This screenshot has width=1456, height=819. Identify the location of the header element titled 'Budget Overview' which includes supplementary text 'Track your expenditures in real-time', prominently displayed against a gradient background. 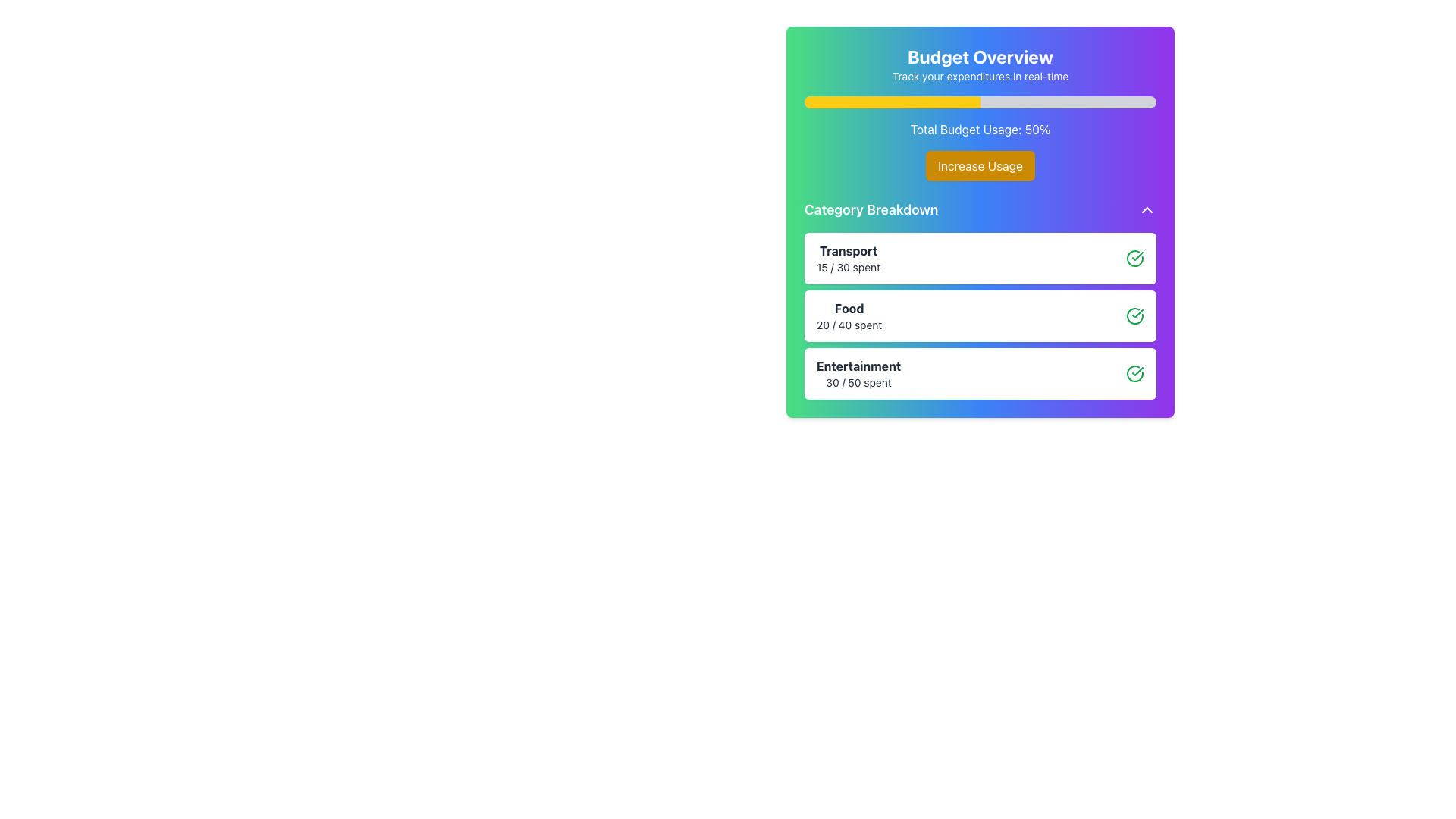
(980, 63).